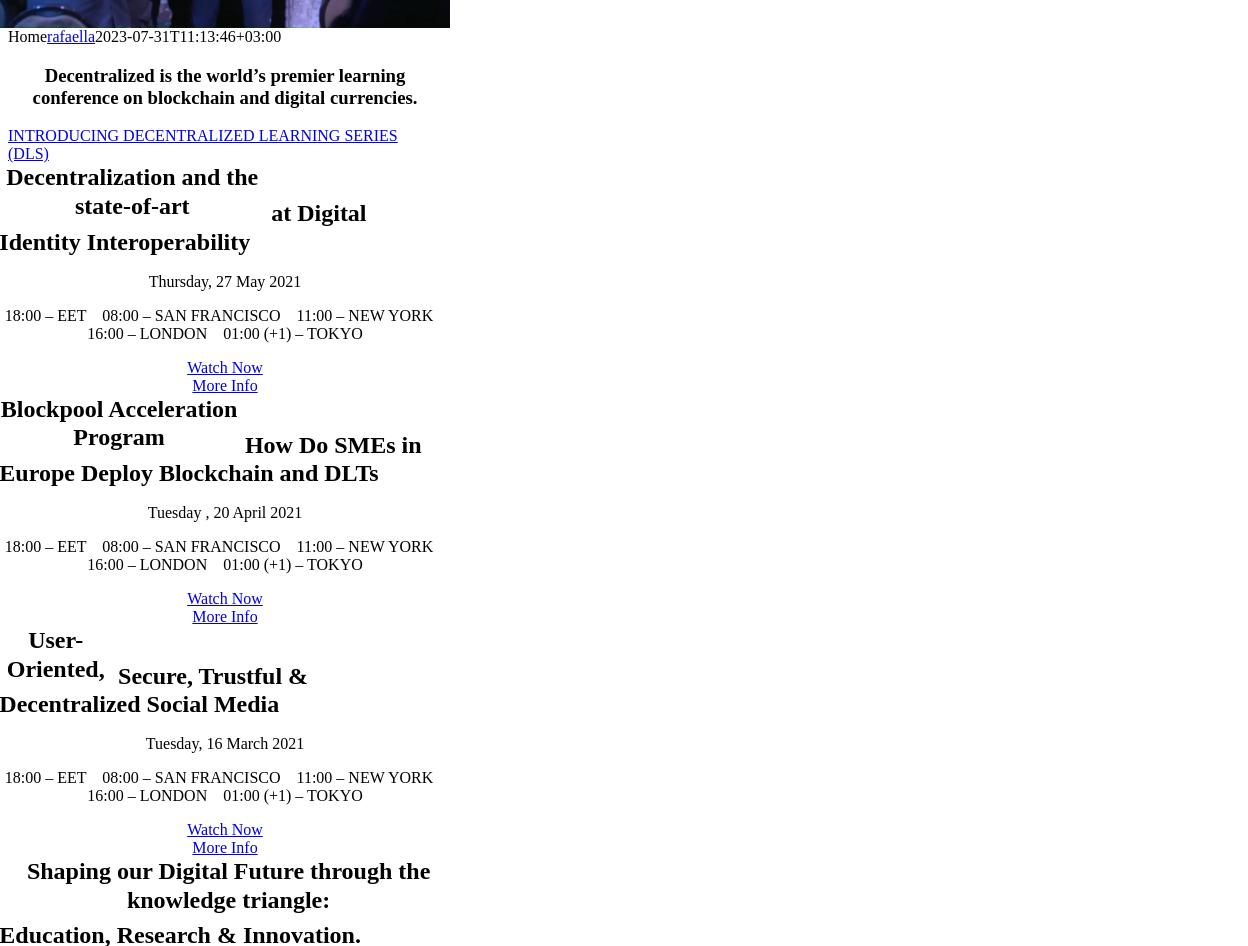  I want to click on 'Thursday, 27 May 2021', so click(224, 367).